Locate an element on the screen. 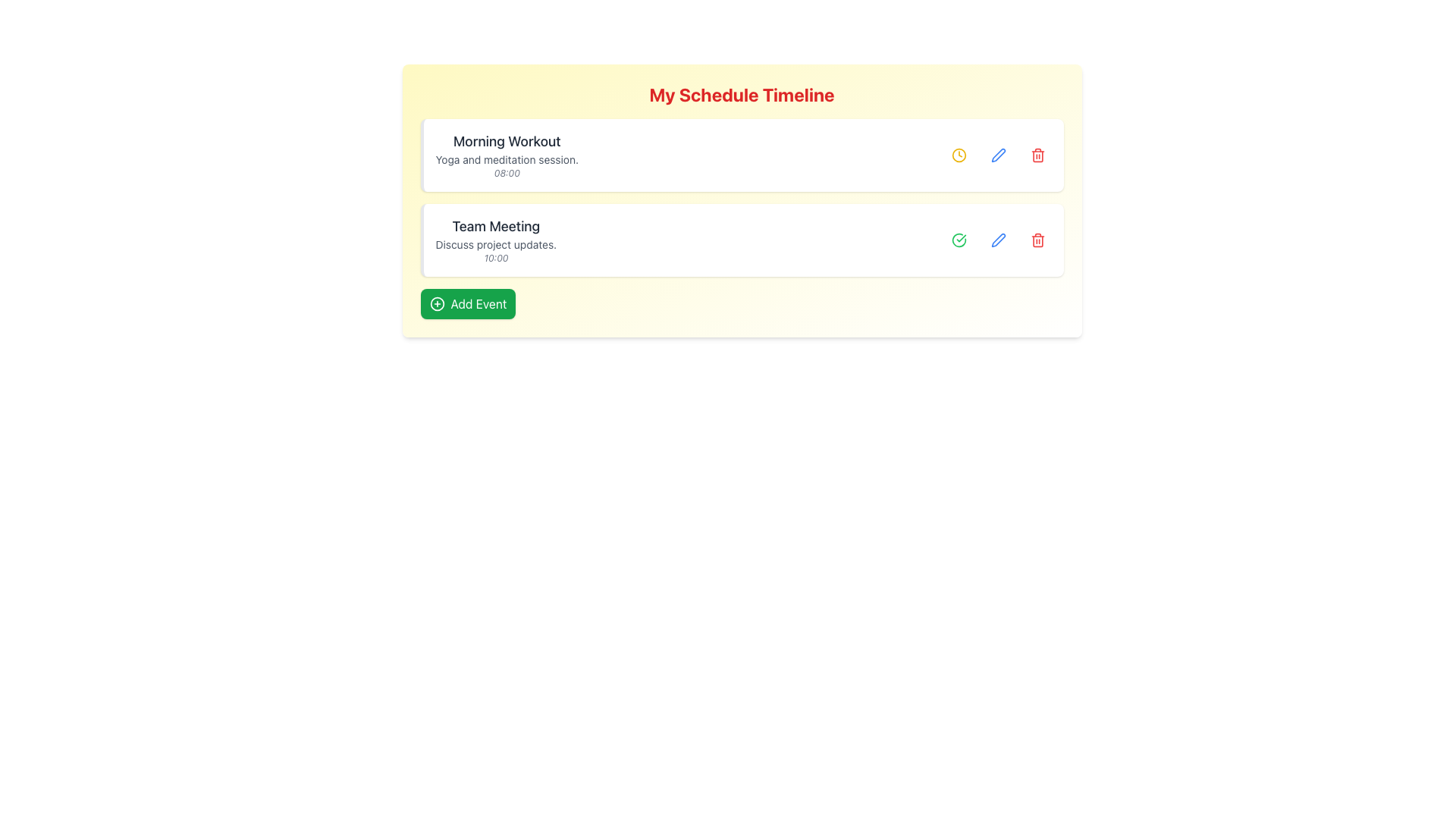 This screenshot has width=1456, height=819. any of the action icons located on the right side of the scheduled event titled 'Team Meeting', which is the second item in the list under 'Morning Workout' is located at coordinates (742, 239).